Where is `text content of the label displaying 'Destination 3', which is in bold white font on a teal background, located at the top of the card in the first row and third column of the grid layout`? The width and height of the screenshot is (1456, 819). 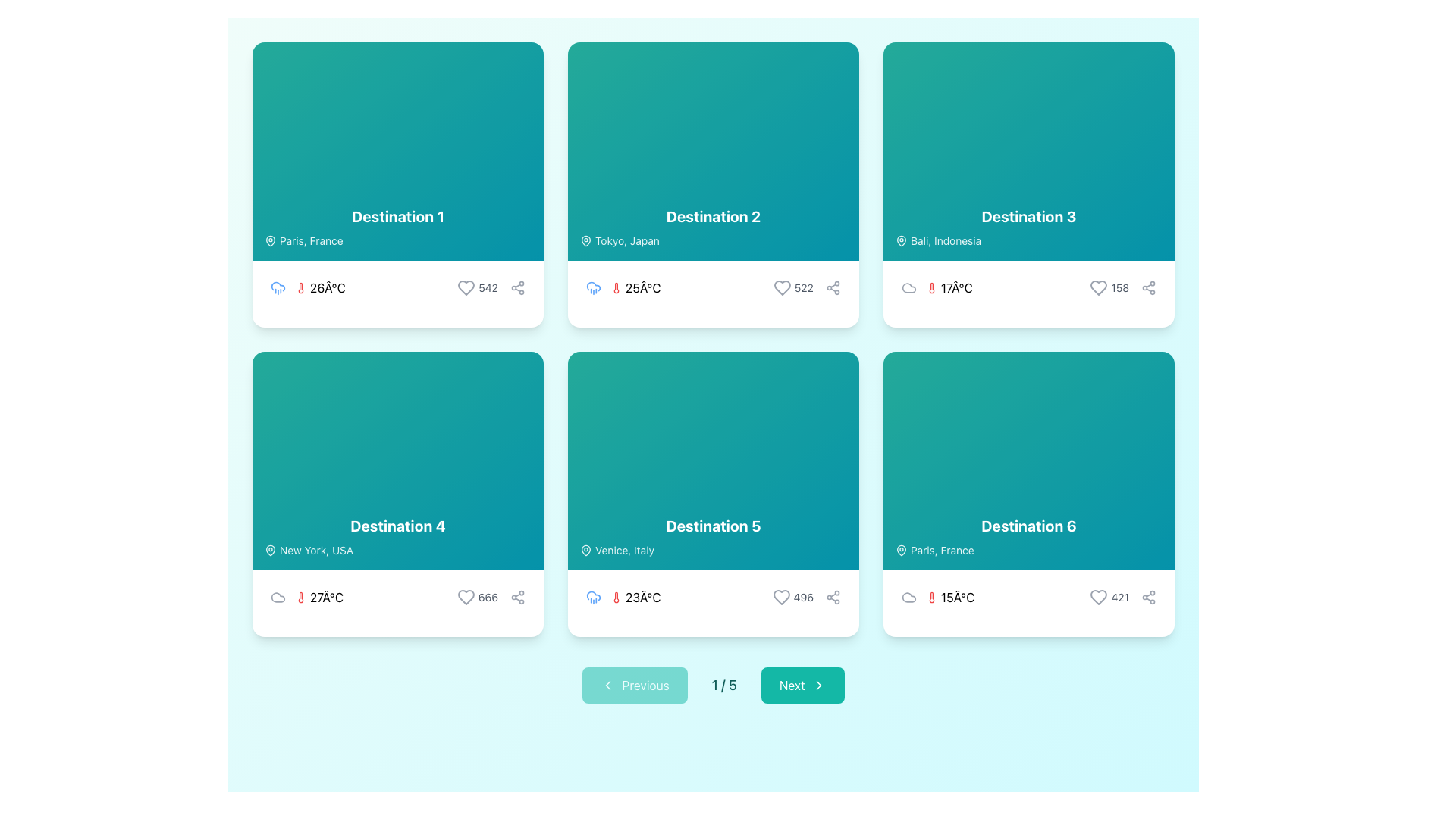
text content of the label displaying 'Destination 3', which is in bold white font on a teal background, located at the top of the card in the first row and third column of the grid layout is located at coordinates (1029, 216).